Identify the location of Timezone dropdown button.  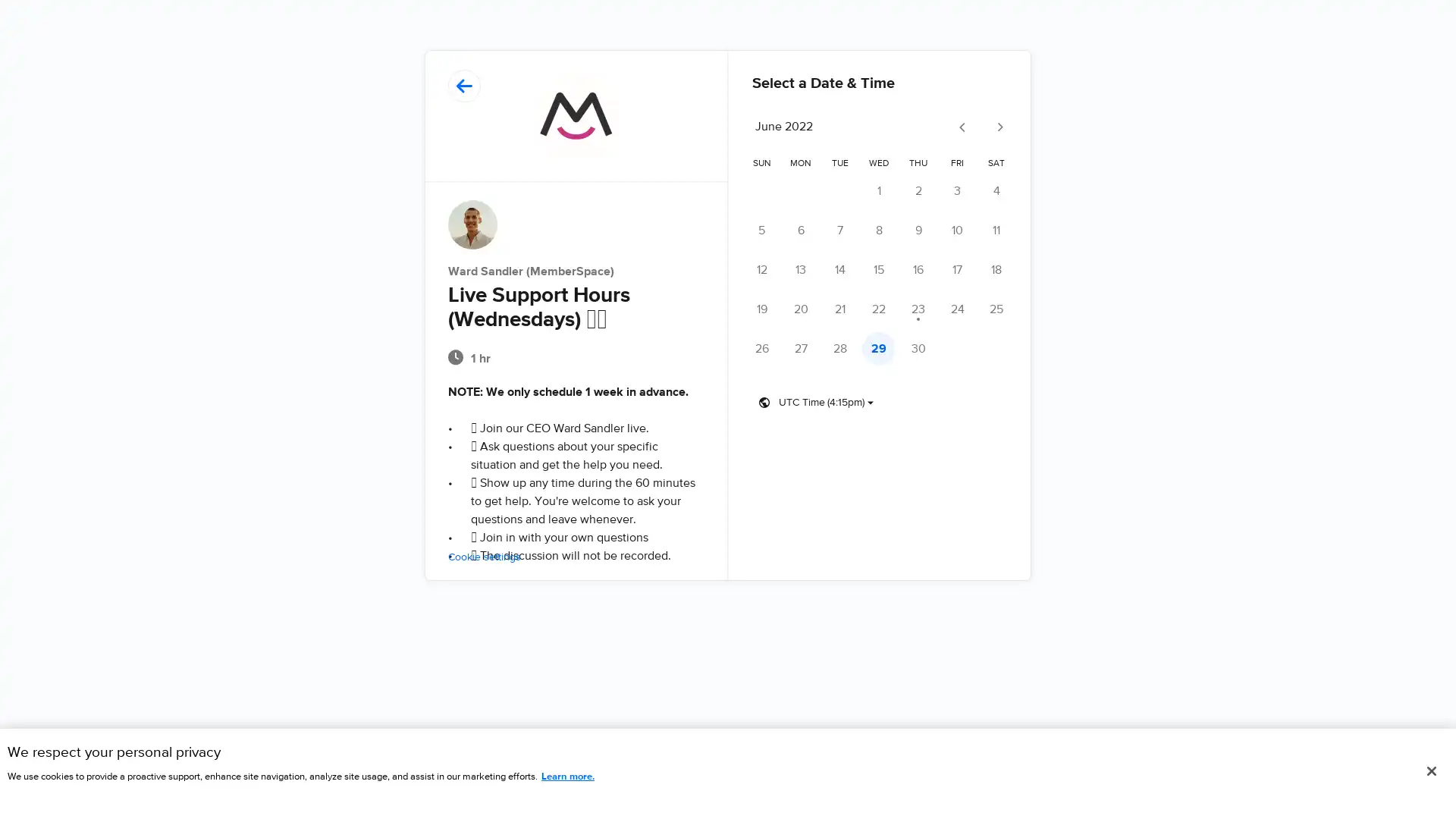
(815, 402).